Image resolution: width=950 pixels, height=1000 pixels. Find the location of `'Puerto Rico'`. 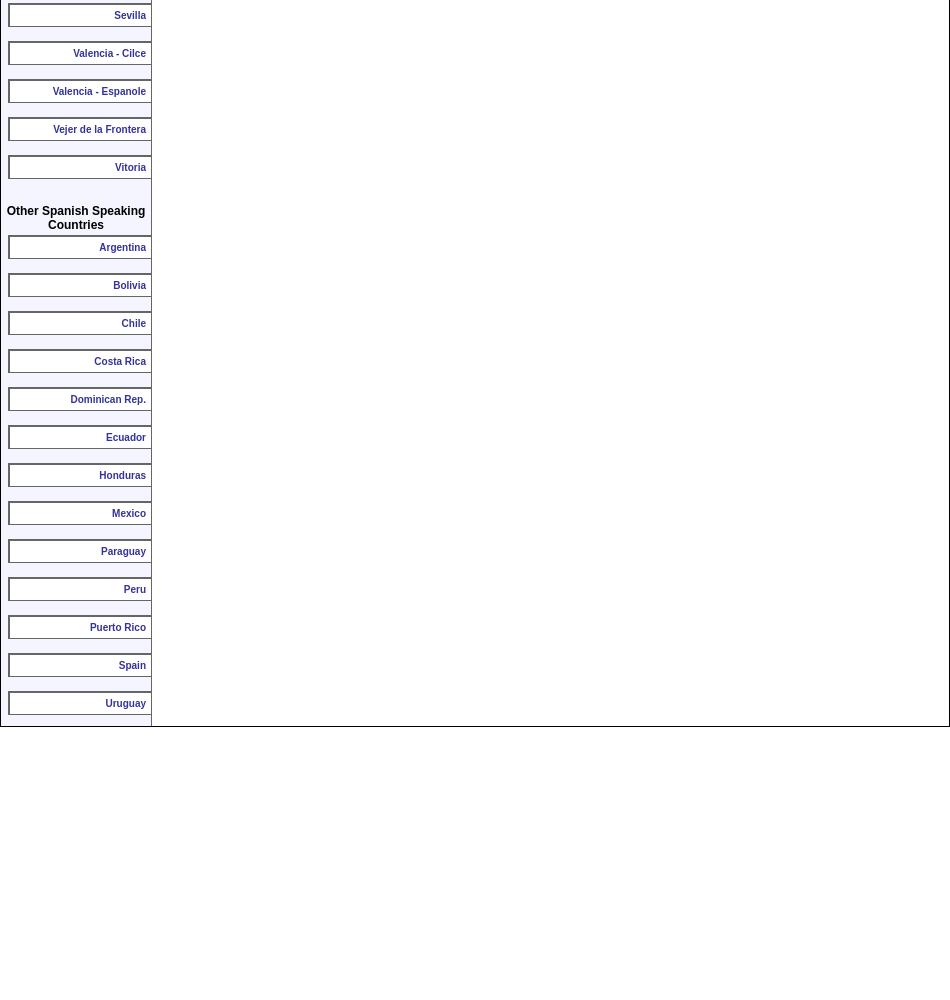

'Puerto Rico' is located at coordinates (117, 627).